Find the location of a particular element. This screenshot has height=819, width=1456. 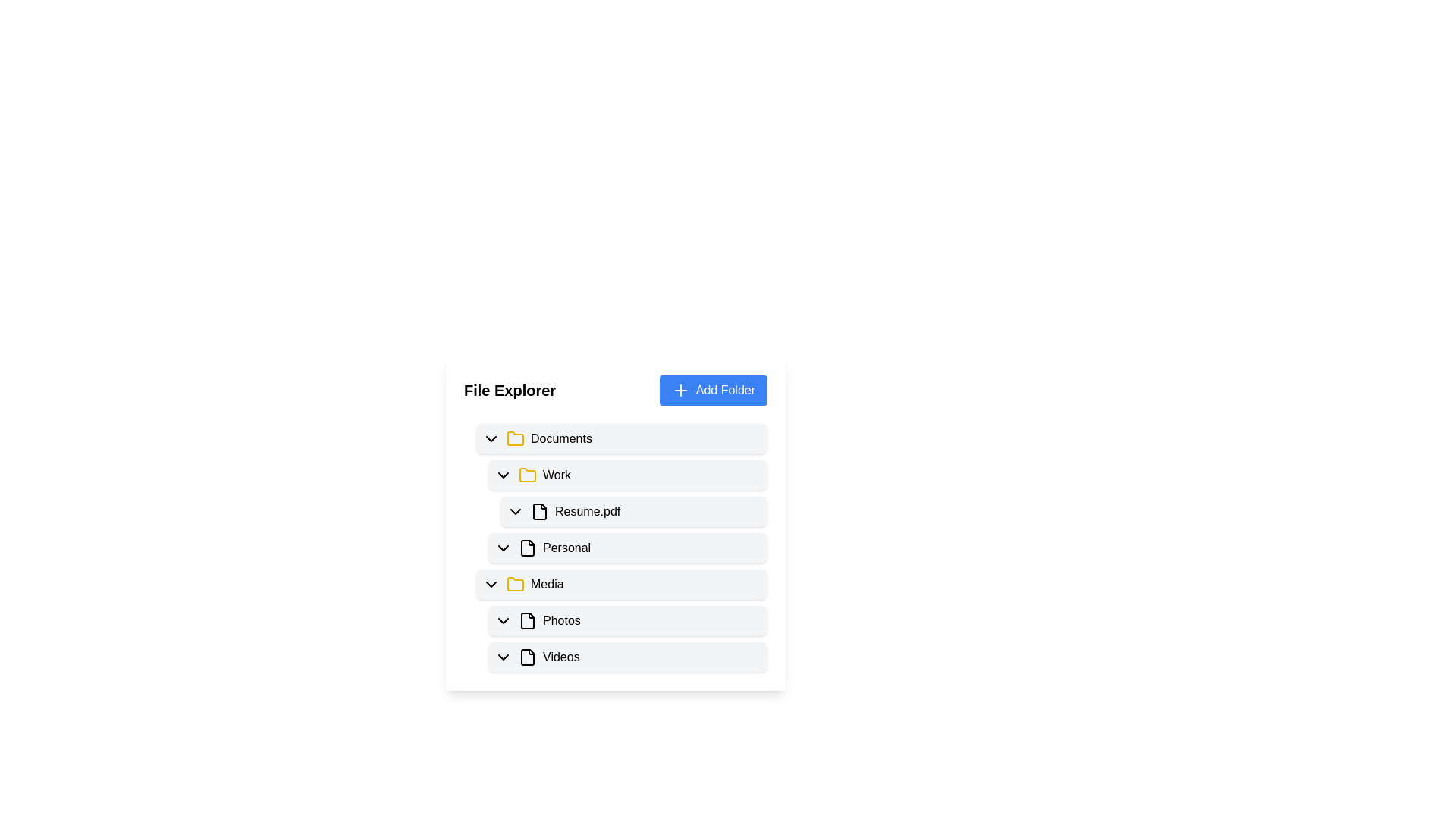

the 'Documents' button, which is the first item under the 'File Explorer' section is located at coordinates (622, 438).